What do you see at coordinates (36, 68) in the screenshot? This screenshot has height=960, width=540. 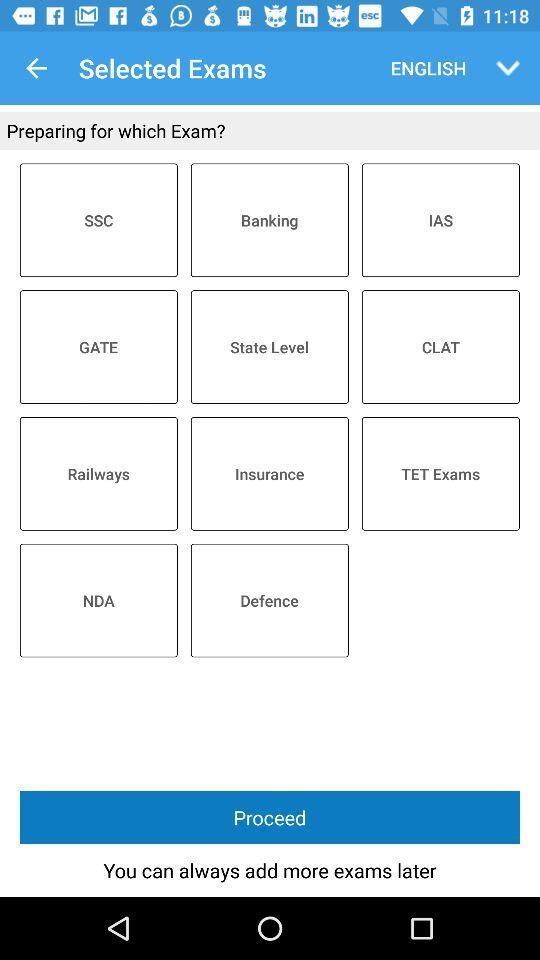 I see `icon above the preparing for which item` at bounding box center [36, 68].